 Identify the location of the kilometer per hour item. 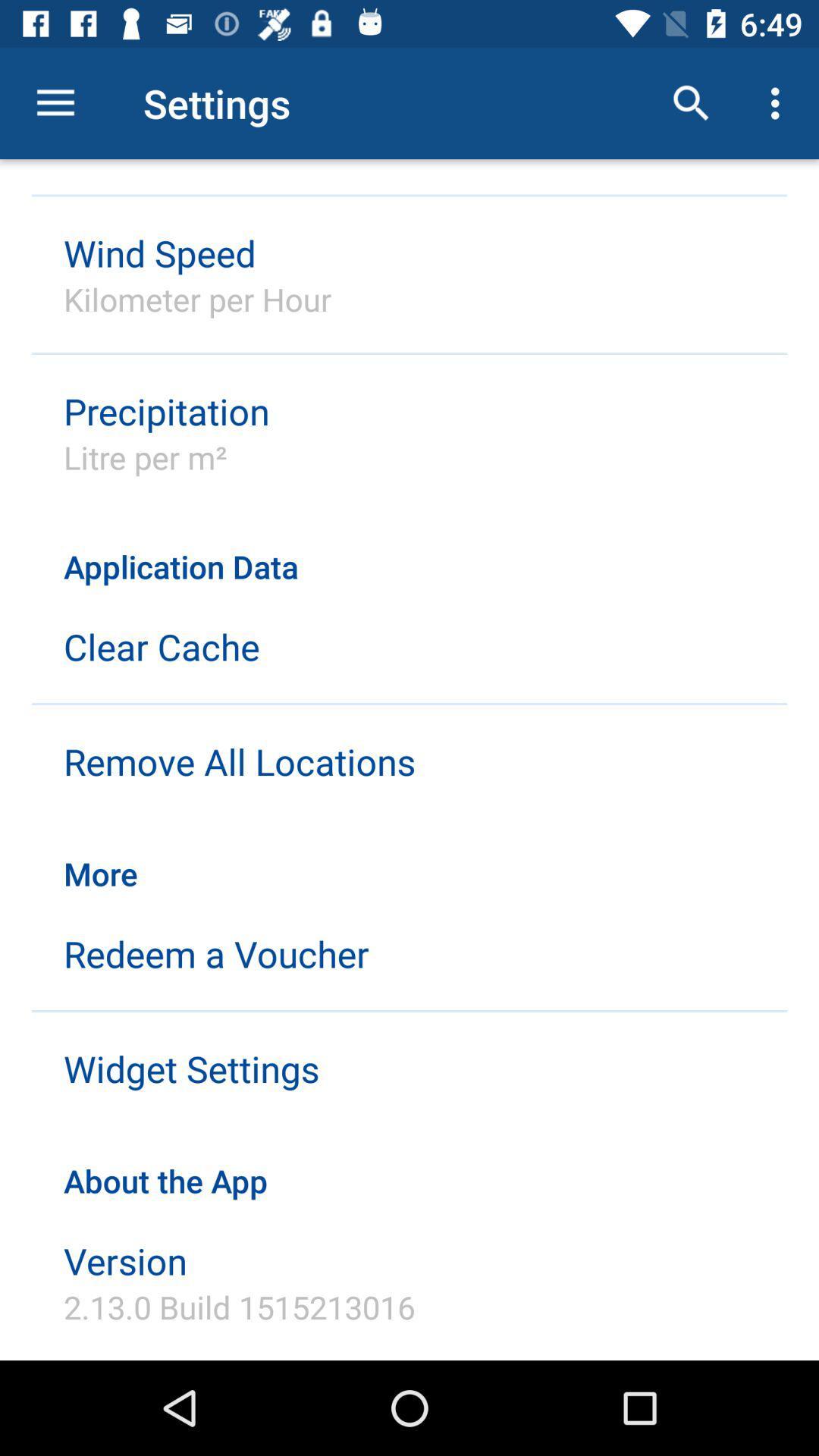
(196, 299).